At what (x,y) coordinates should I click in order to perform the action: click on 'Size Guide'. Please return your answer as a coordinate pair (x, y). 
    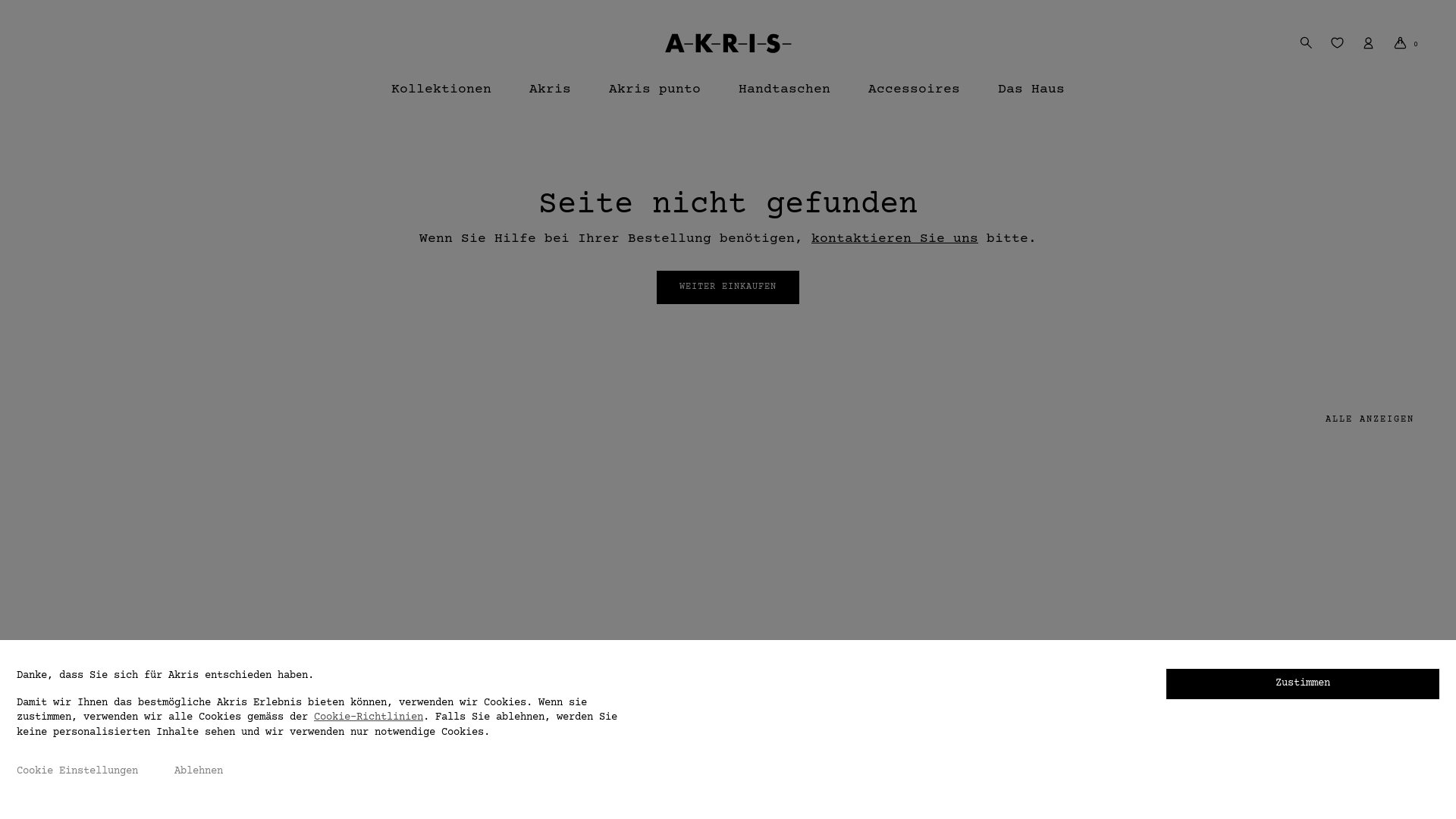
    Looking at the image, I should click on (67, 721).